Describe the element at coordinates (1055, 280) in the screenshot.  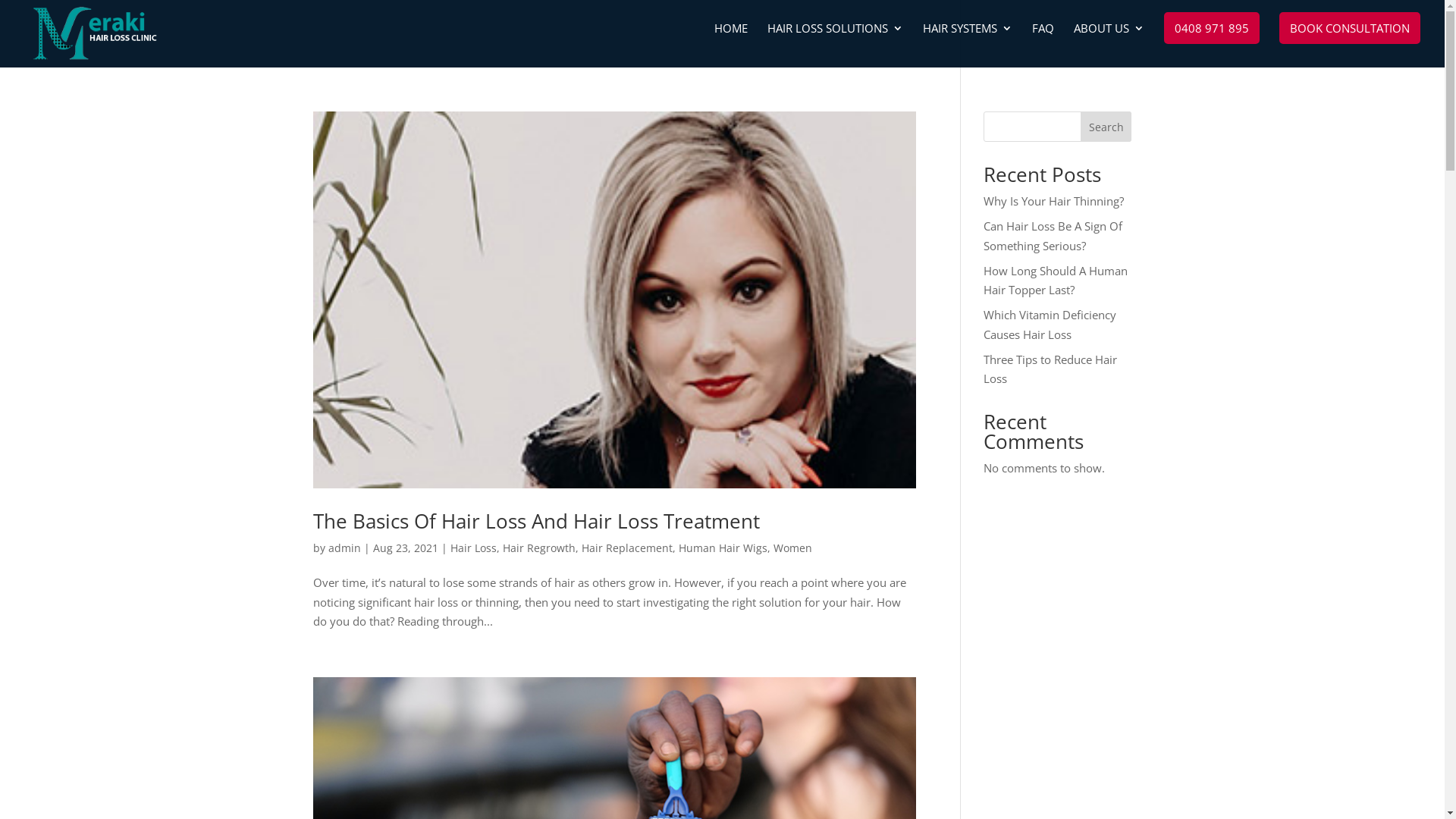
I see `'How Long Should A Human Hair Topper Last?'` at that location.